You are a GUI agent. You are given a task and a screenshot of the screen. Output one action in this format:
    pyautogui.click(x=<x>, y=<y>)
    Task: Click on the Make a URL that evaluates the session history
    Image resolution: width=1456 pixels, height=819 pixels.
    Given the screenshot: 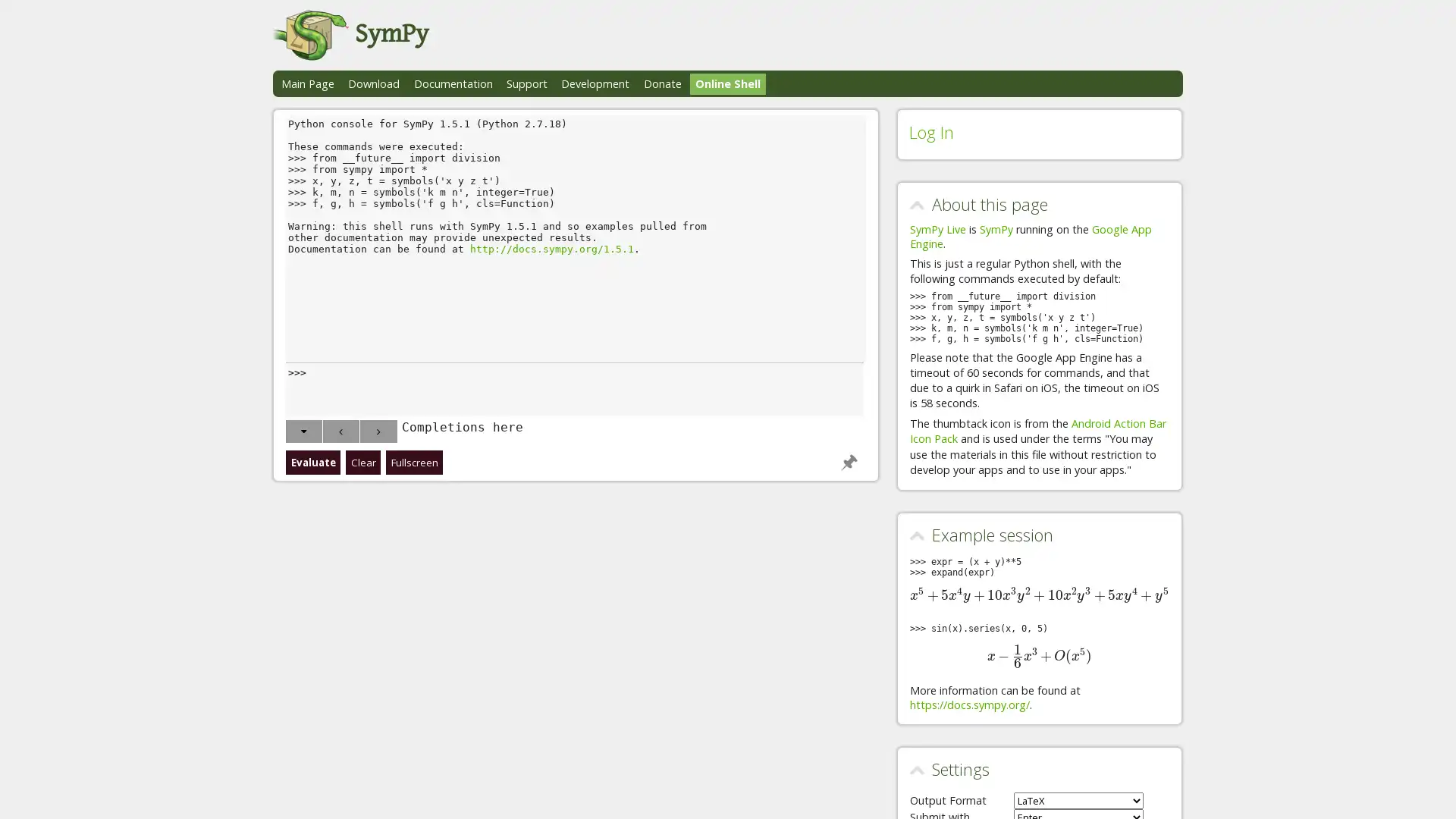 What is the action you would take?
    pyautogui.click(x=847, y=461)
    